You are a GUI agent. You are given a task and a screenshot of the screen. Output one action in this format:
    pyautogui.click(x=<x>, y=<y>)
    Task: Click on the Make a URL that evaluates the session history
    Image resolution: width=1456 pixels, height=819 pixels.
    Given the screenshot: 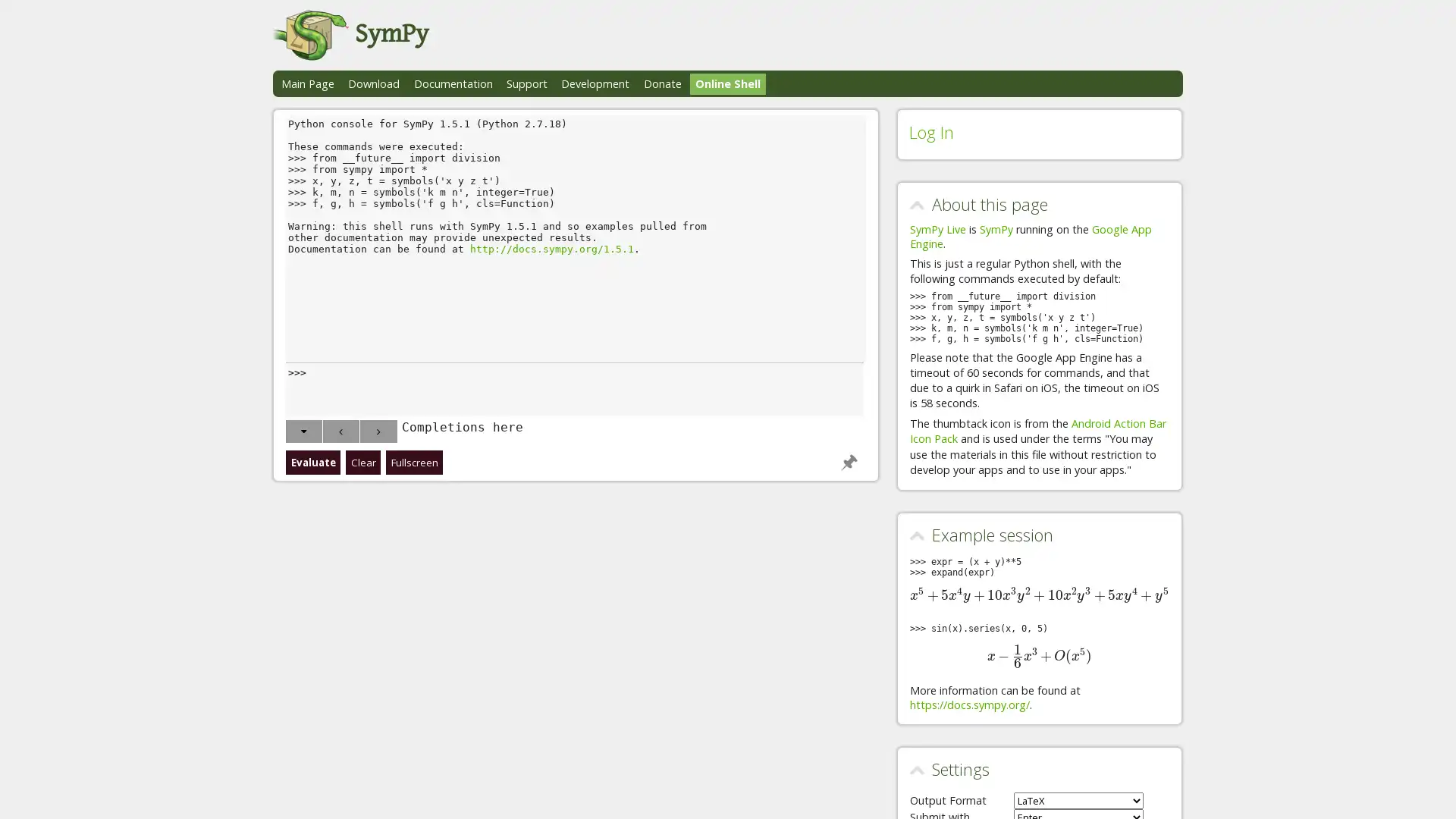 What is the action you would take?
    pyautogui.click(x=847, y=461)
    